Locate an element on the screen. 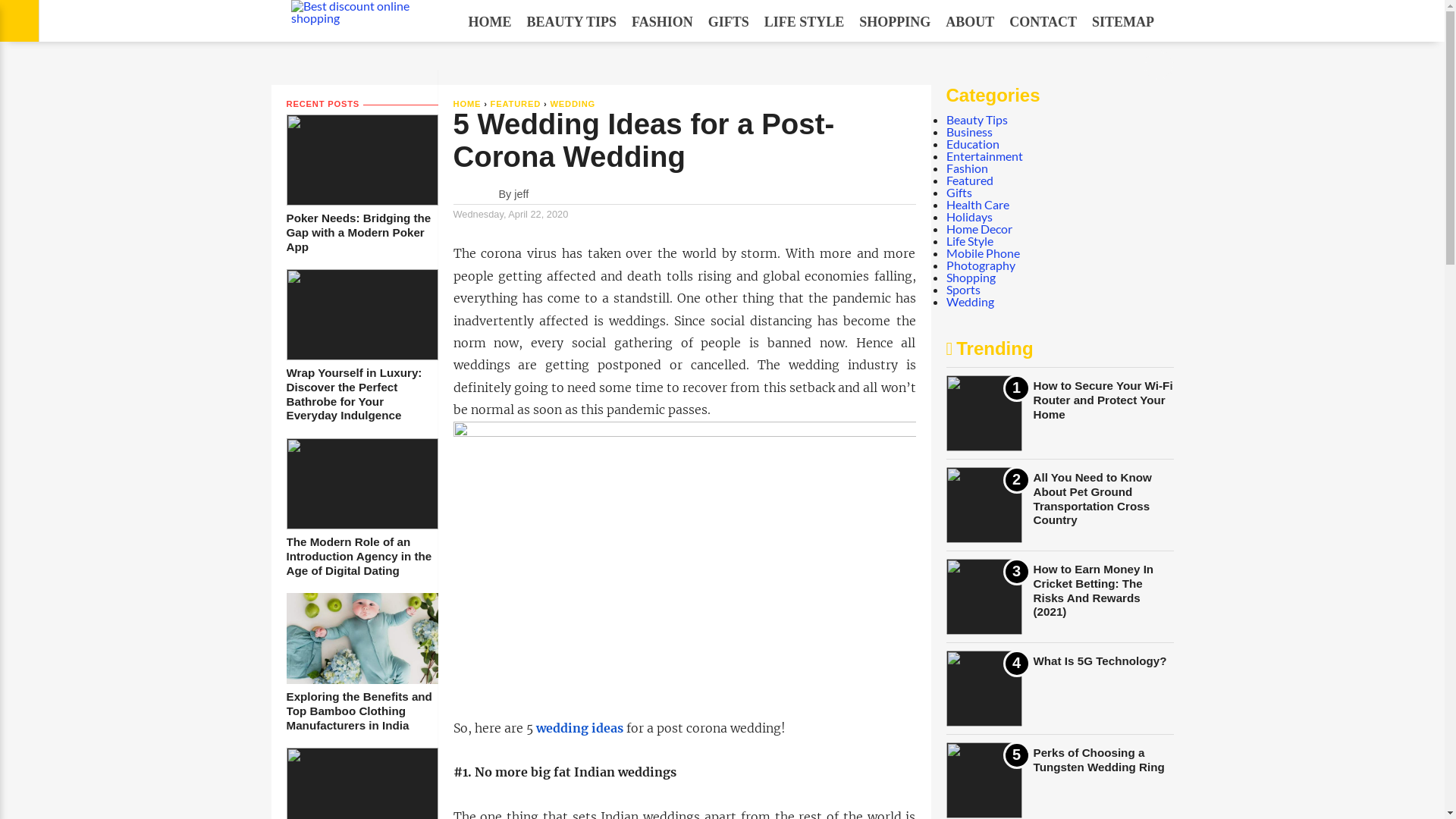 The image size is (1456, 819). 'FEATURED' is located at coordinates (516, 103).